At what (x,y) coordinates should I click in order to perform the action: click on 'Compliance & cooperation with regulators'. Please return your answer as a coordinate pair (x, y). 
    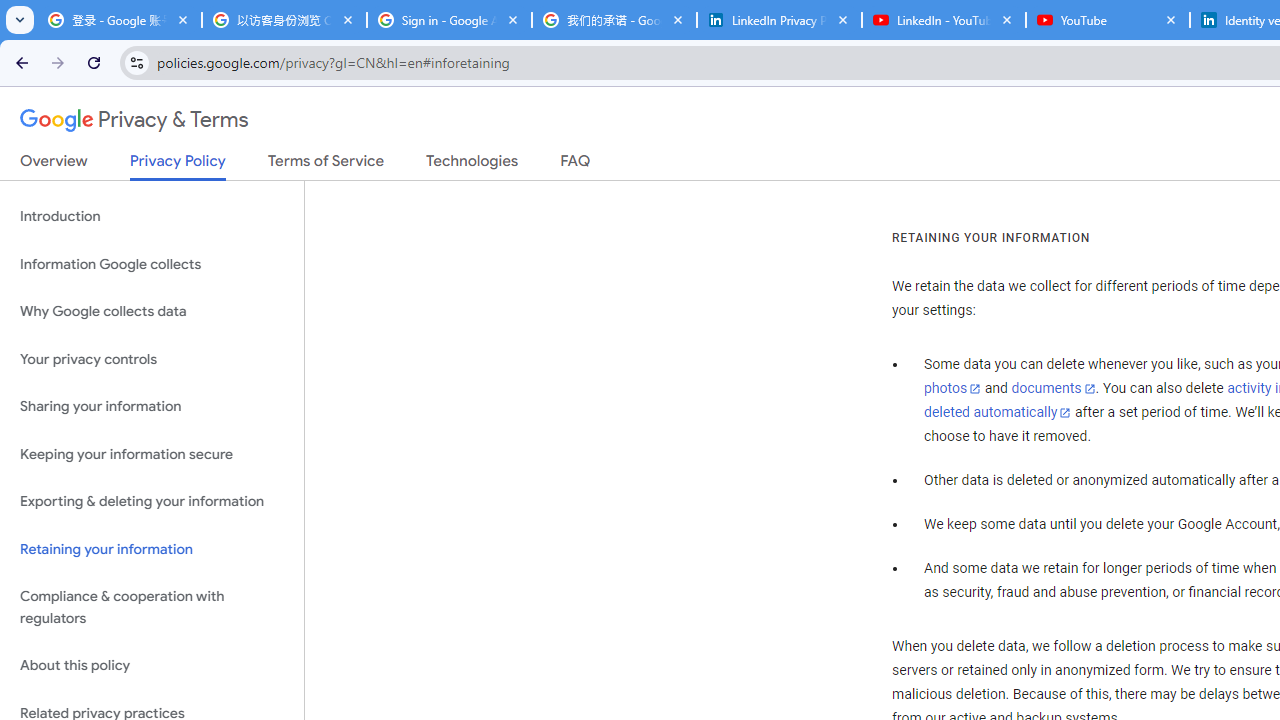
    Looking at the image, I should click on (151, 607).